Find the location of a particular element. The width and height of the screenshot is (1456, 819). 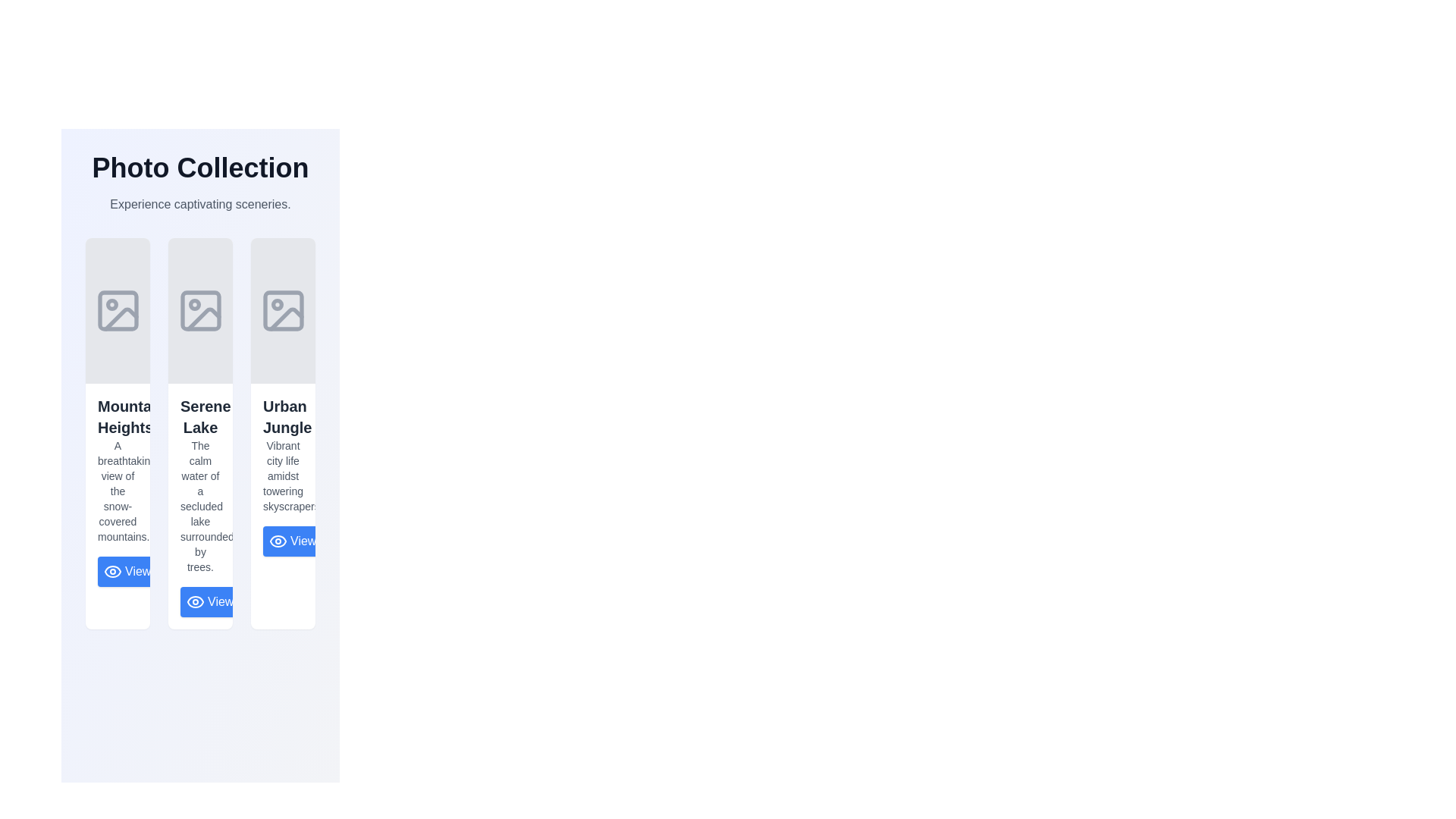

description of the card labeled 'Mountain Heights' which is the first card in a grid layout, located in the top-left corner of the grid is located at coordinates (117, 433).